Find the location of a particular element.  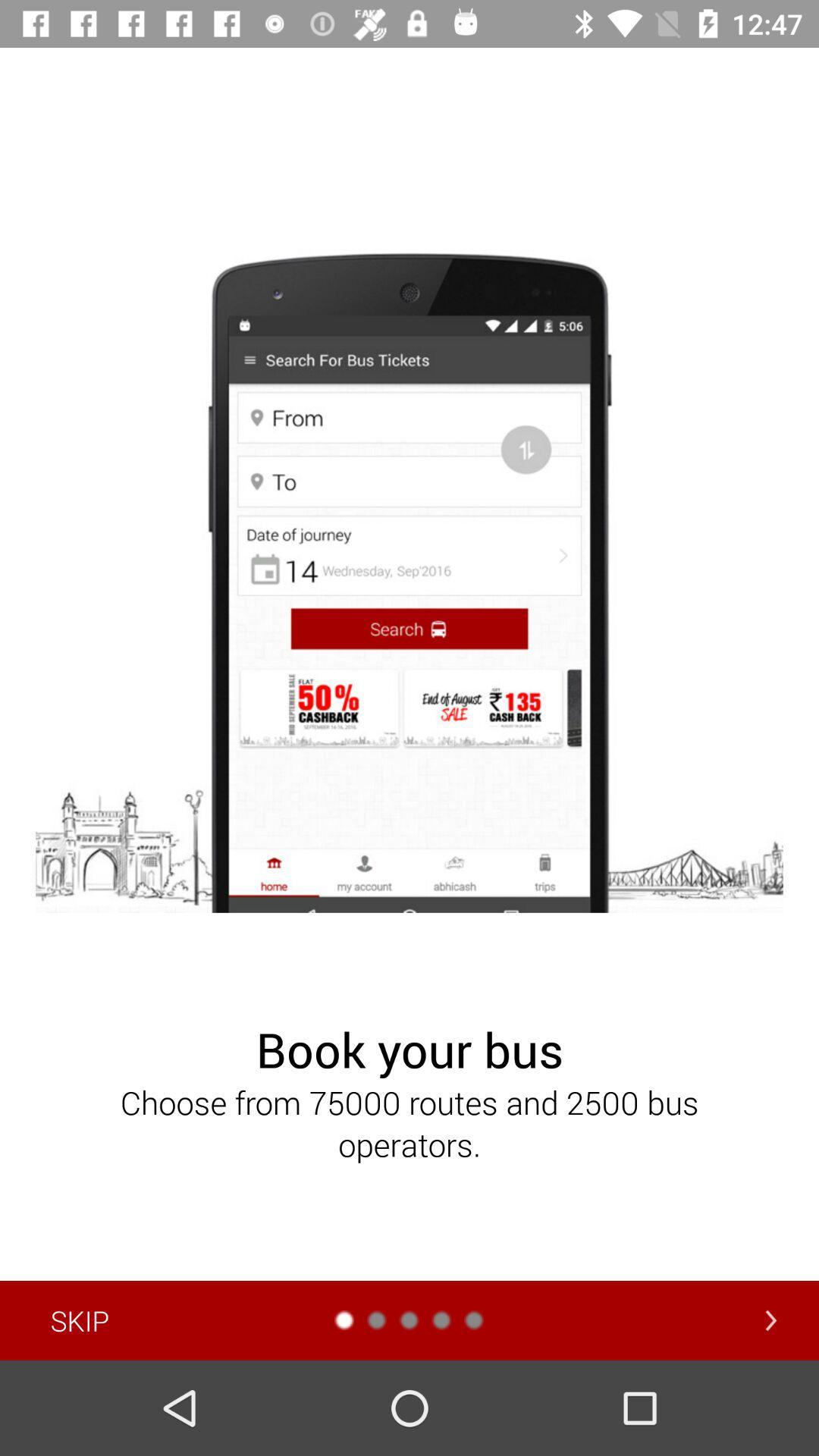

the arrow_forward icon is located at coordinates (771, 1319).